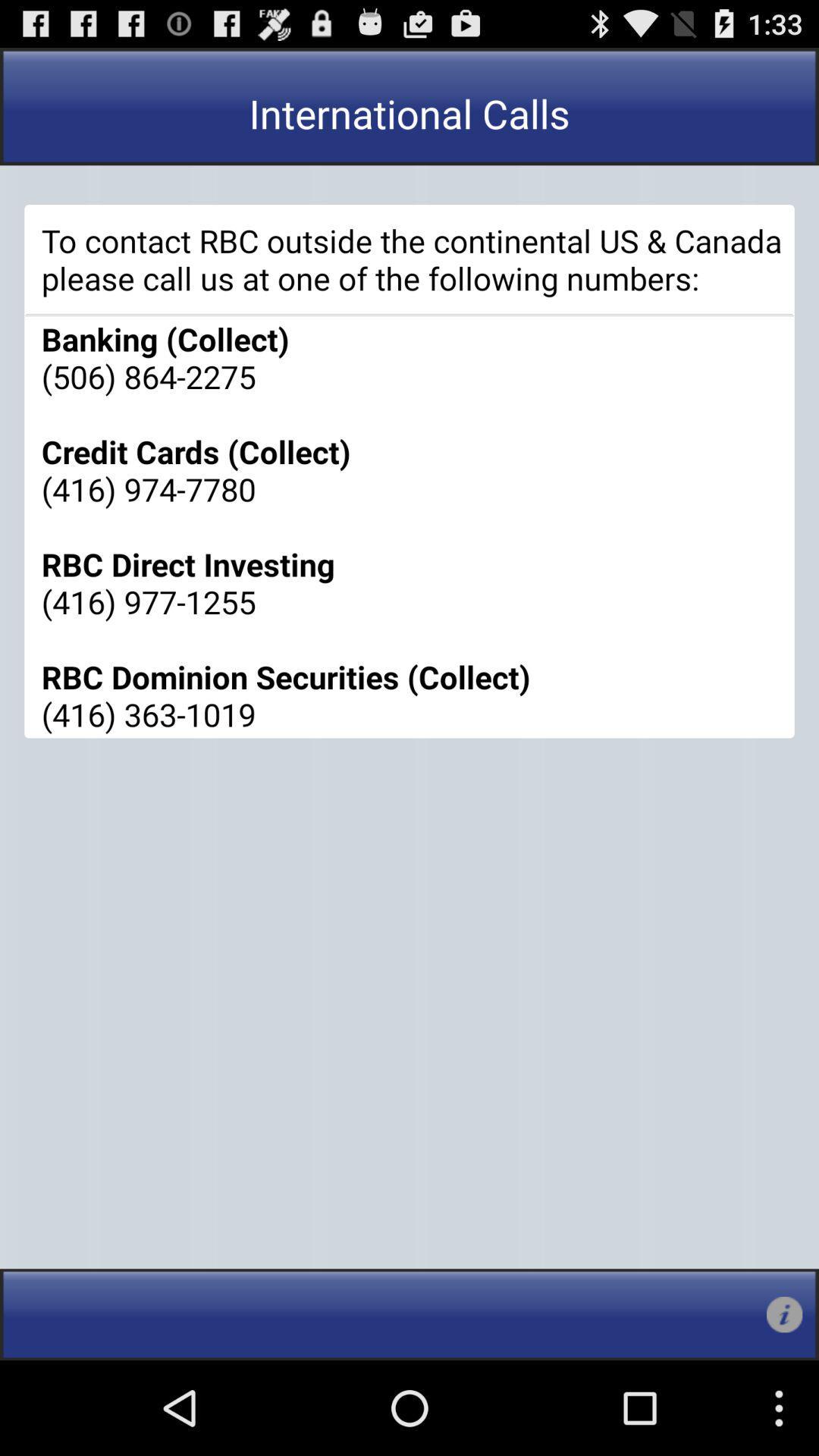 This screenshot has height=1456, width=819. Describe the element at coordinates (784, 1313) in the screenshot. I see `the item below the banking collect 506 item` at that location.